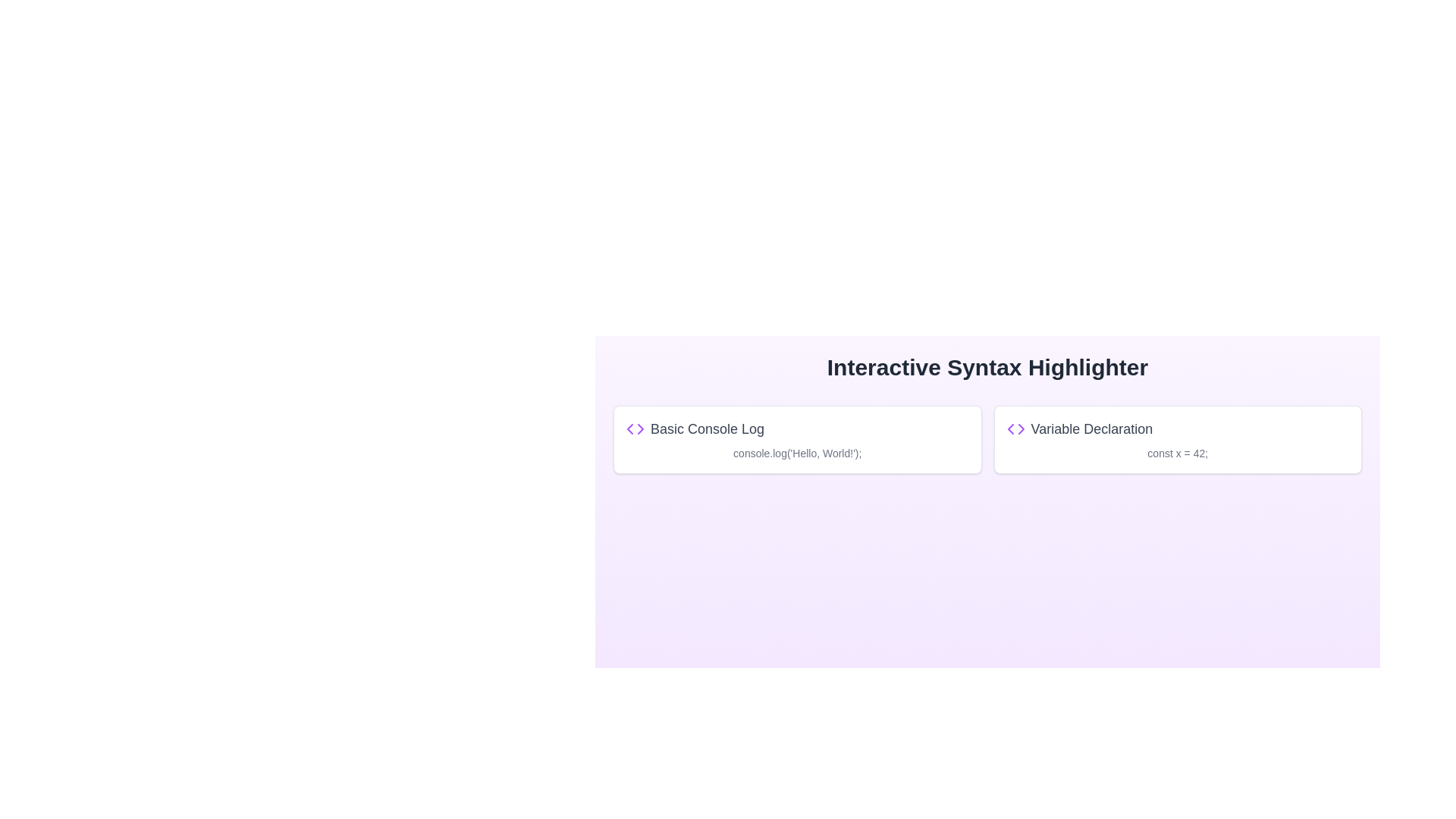 This screenshot has width=1456, height=819. What do you see at coordinates (796, 452) in the screenshot?
I see `the JavaScript code snippet element that is located beneath the 'Basic Console Log' title and adjacent to the purple coding icon in the left card` at bounding box center [796, 452].